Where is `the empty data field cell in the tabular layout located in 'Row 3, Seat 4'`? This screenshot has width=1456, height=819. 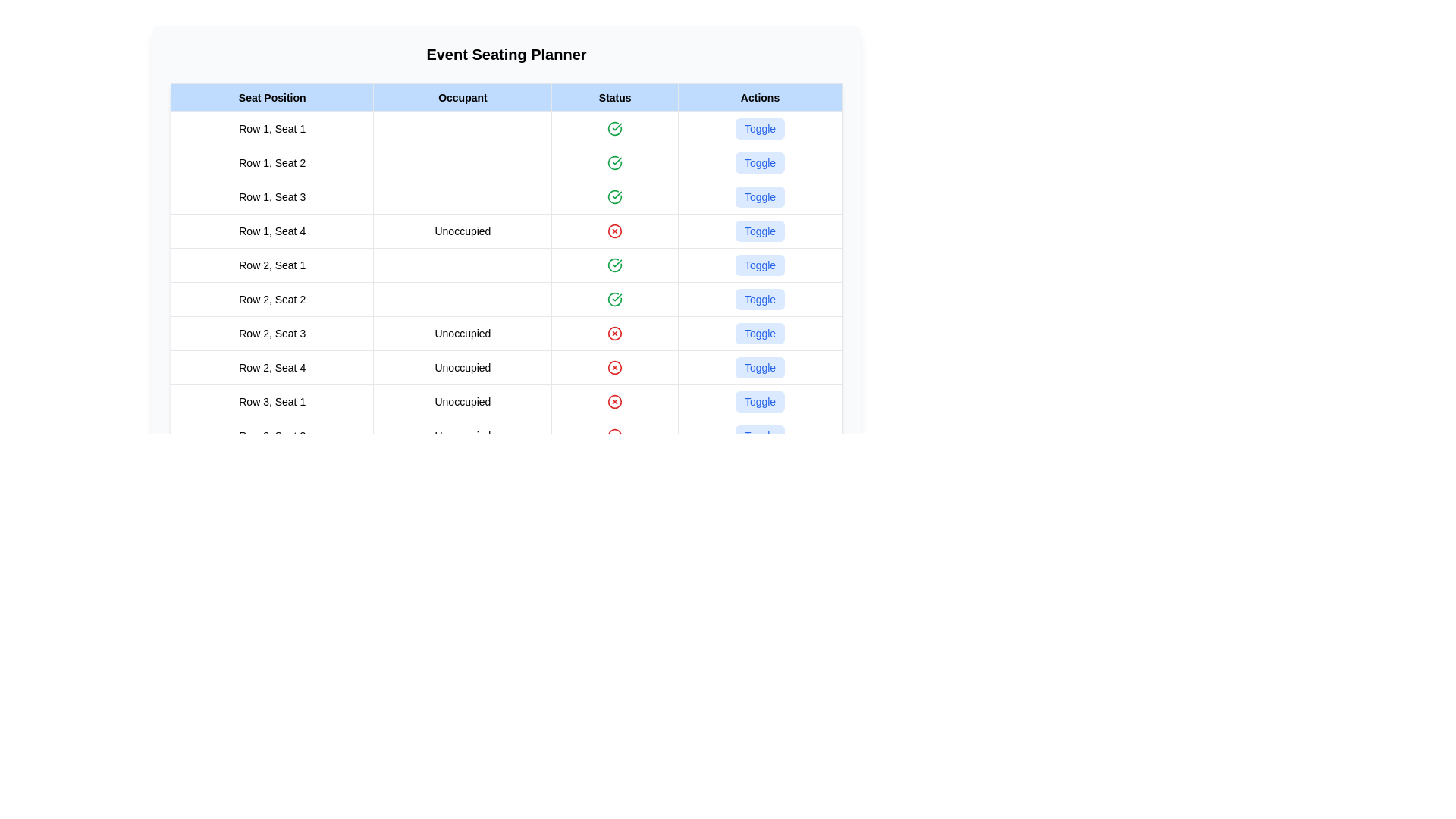 the empty data field cell in the tabular layout located in 'Row 3, Seat 4' is located at coordinates (462, 504).